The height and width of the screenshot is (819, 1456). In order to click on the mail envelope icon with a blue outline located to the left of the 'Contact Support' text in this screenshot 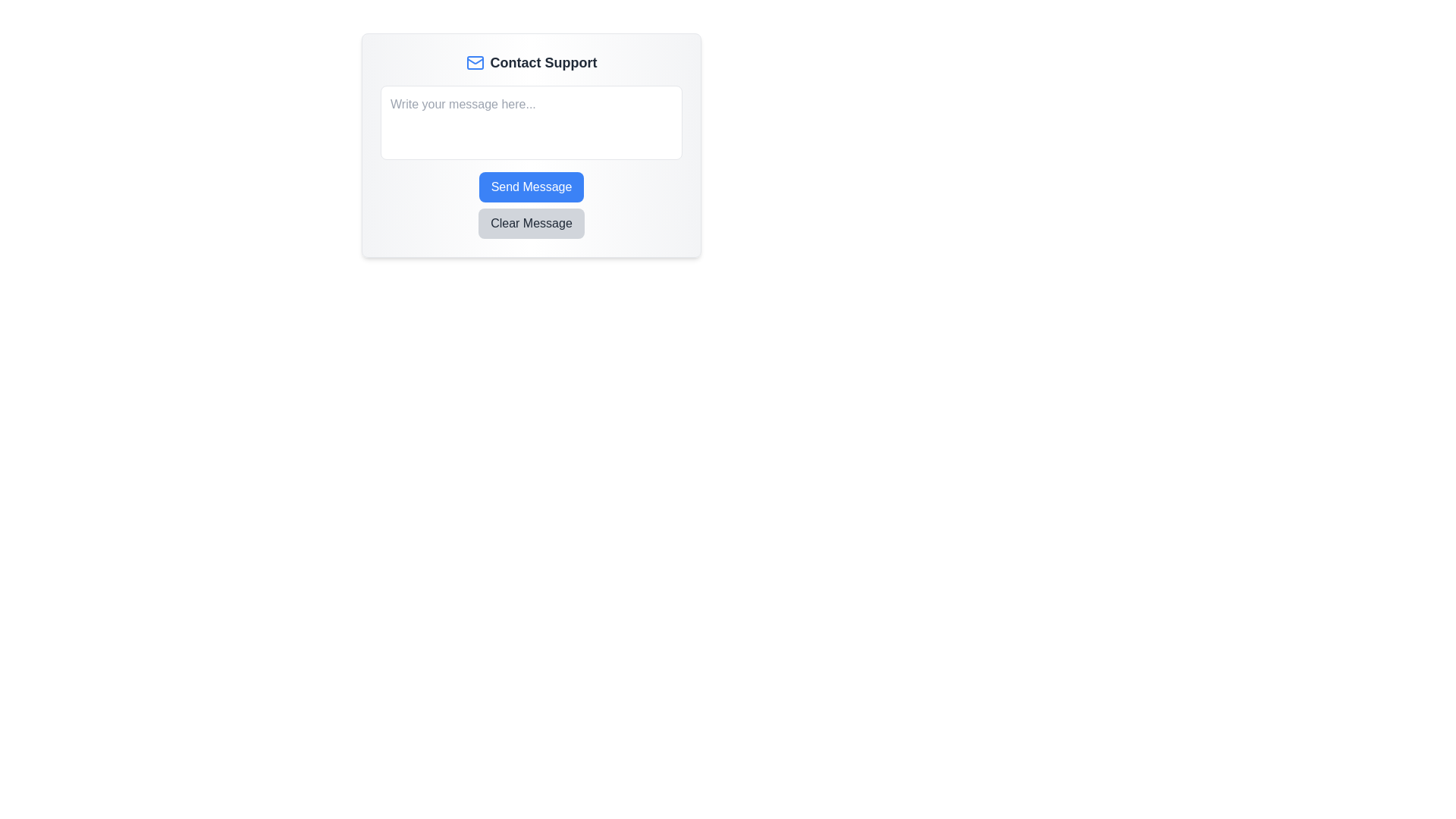, I will do `click(474, 62)`.